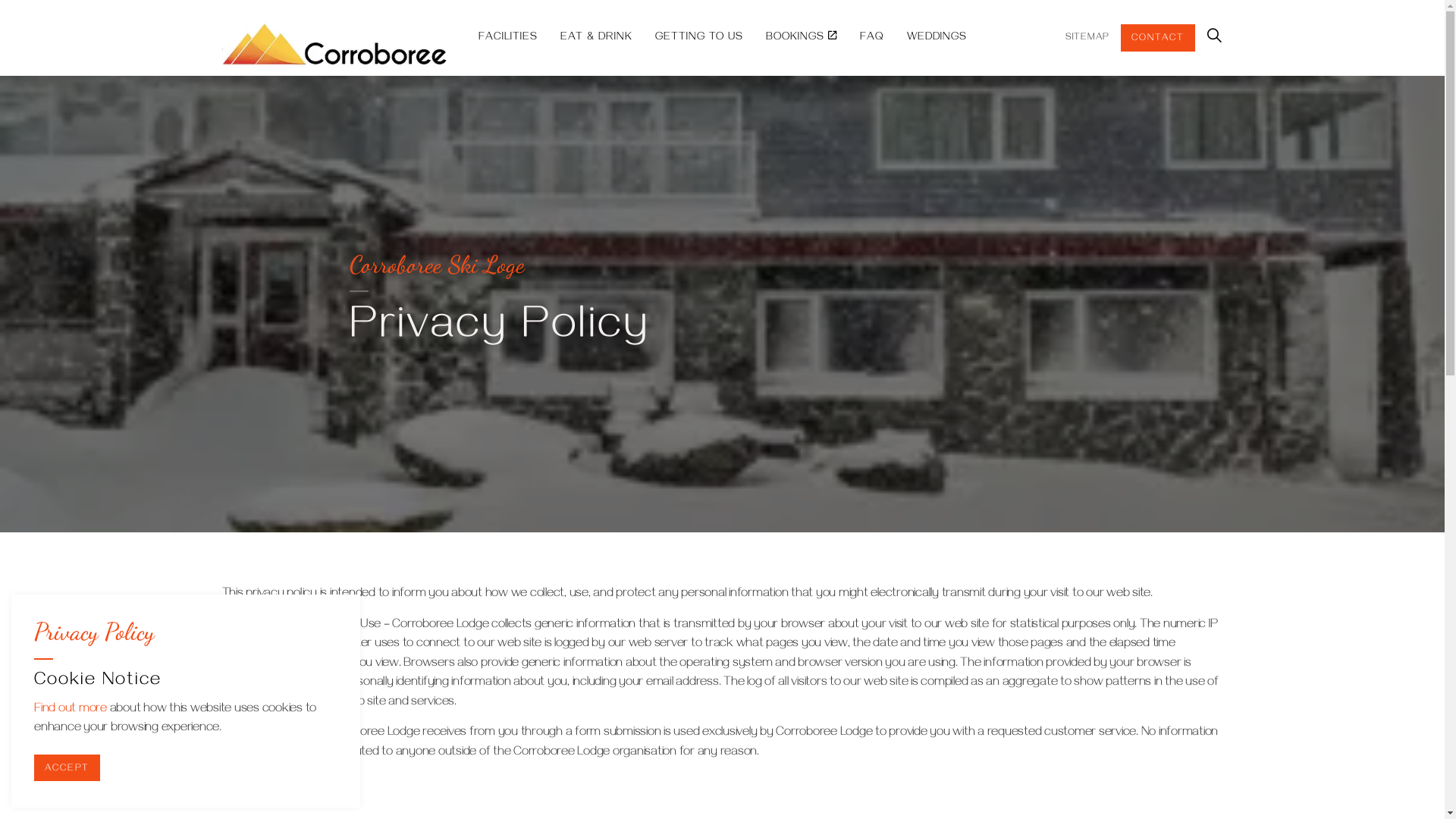 The height and width of the screenshot is (819, 1456). What do you see at coordinates (69, 710) in the screenshot?
I see `'Find out more'` at bounding box center [69, 710].